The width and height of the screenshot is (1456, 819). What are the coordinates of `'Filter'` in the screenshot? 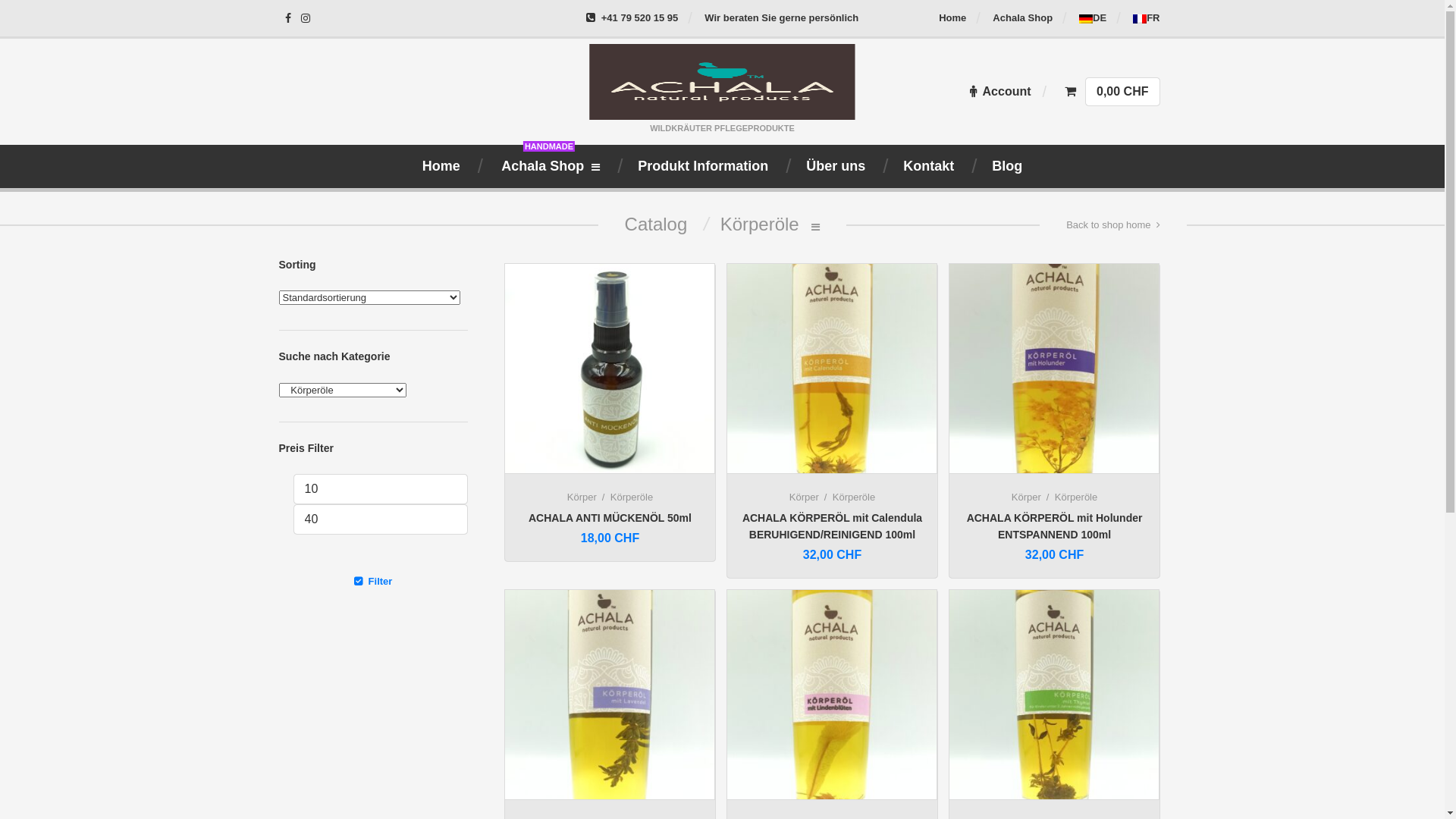 It's located at (279, 580).